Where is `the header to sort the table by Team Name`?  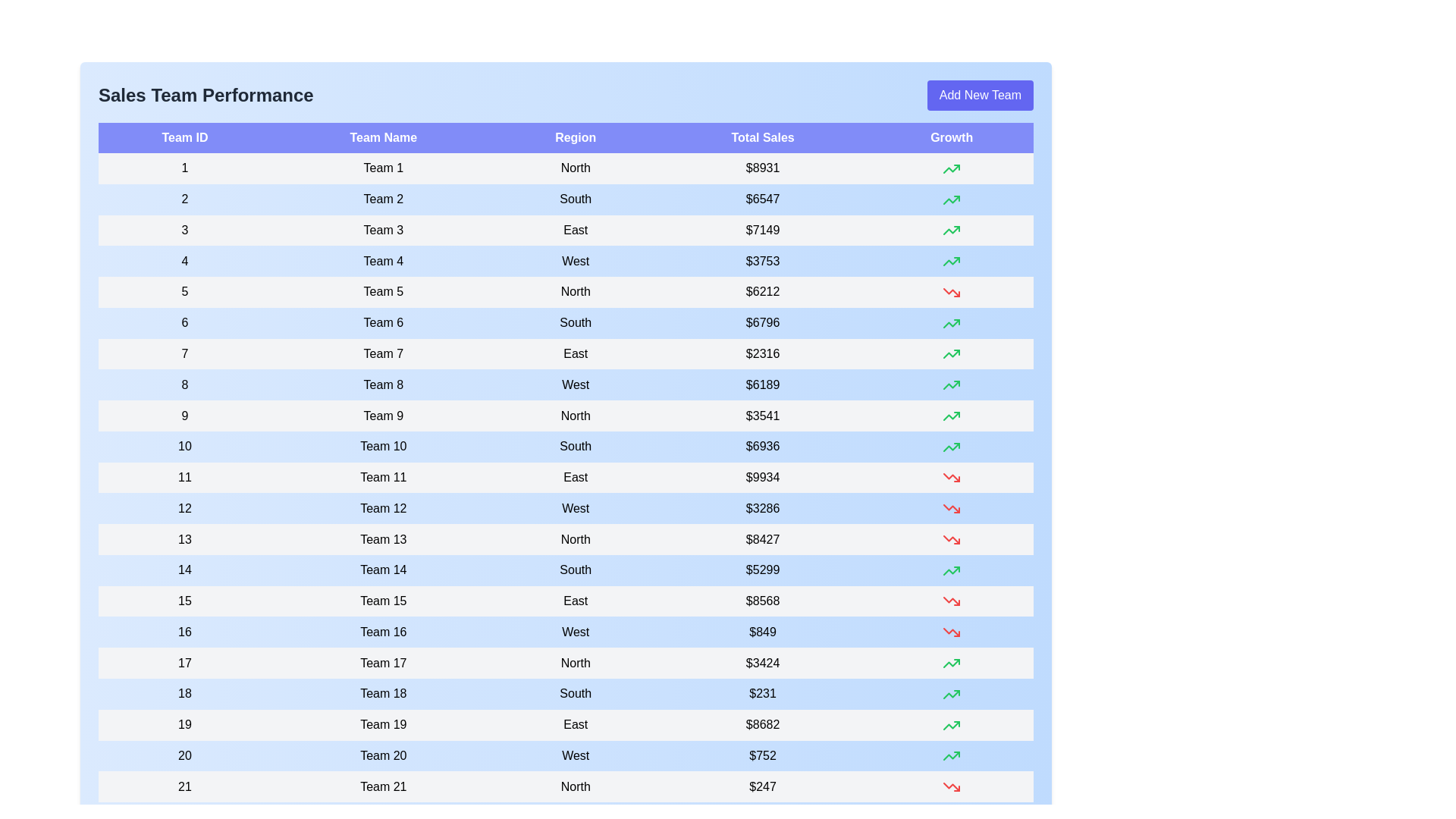
the header to sort the table by Team Name is located at coordinates (383, 137).